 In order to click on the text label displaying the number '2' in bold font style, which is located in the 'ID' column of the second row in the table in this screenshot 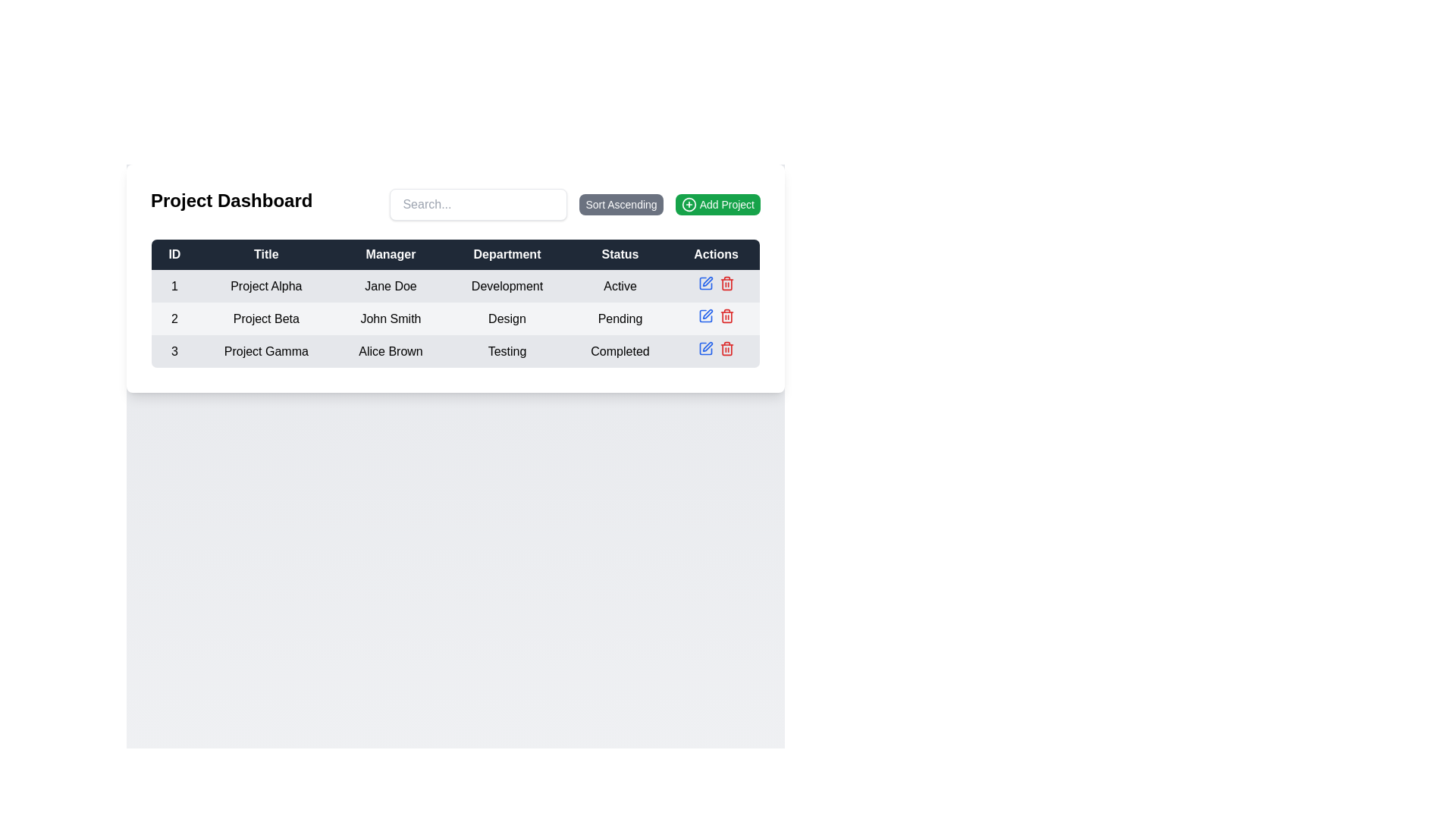, I will do `click(174, 318)`.